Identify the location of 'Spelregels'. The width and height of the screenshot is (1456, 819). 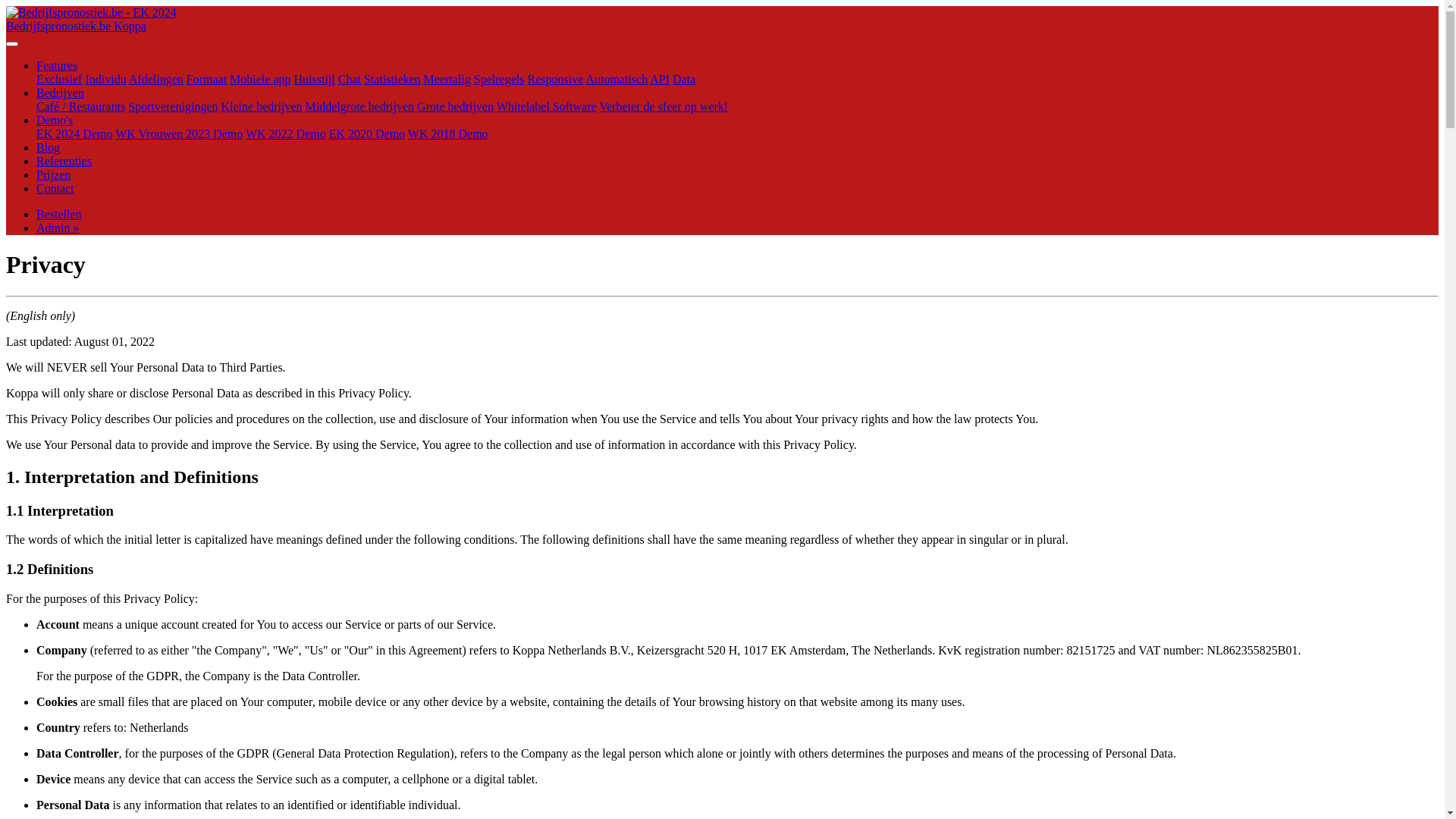
(499, 79).